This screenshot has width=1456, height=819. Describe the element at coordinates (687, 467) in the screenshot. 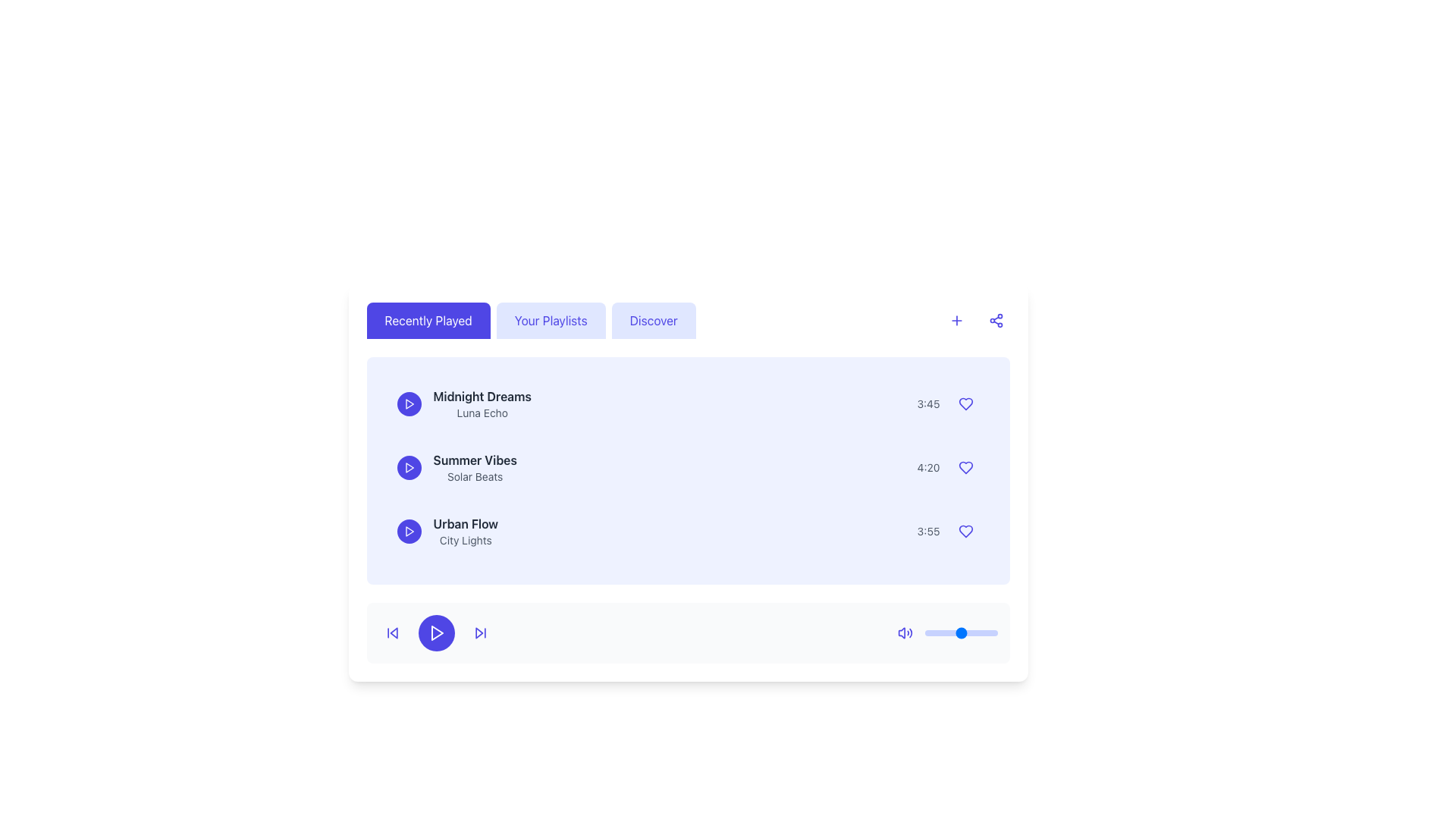

I see `the play button on the second song entry in the music application` at that location.